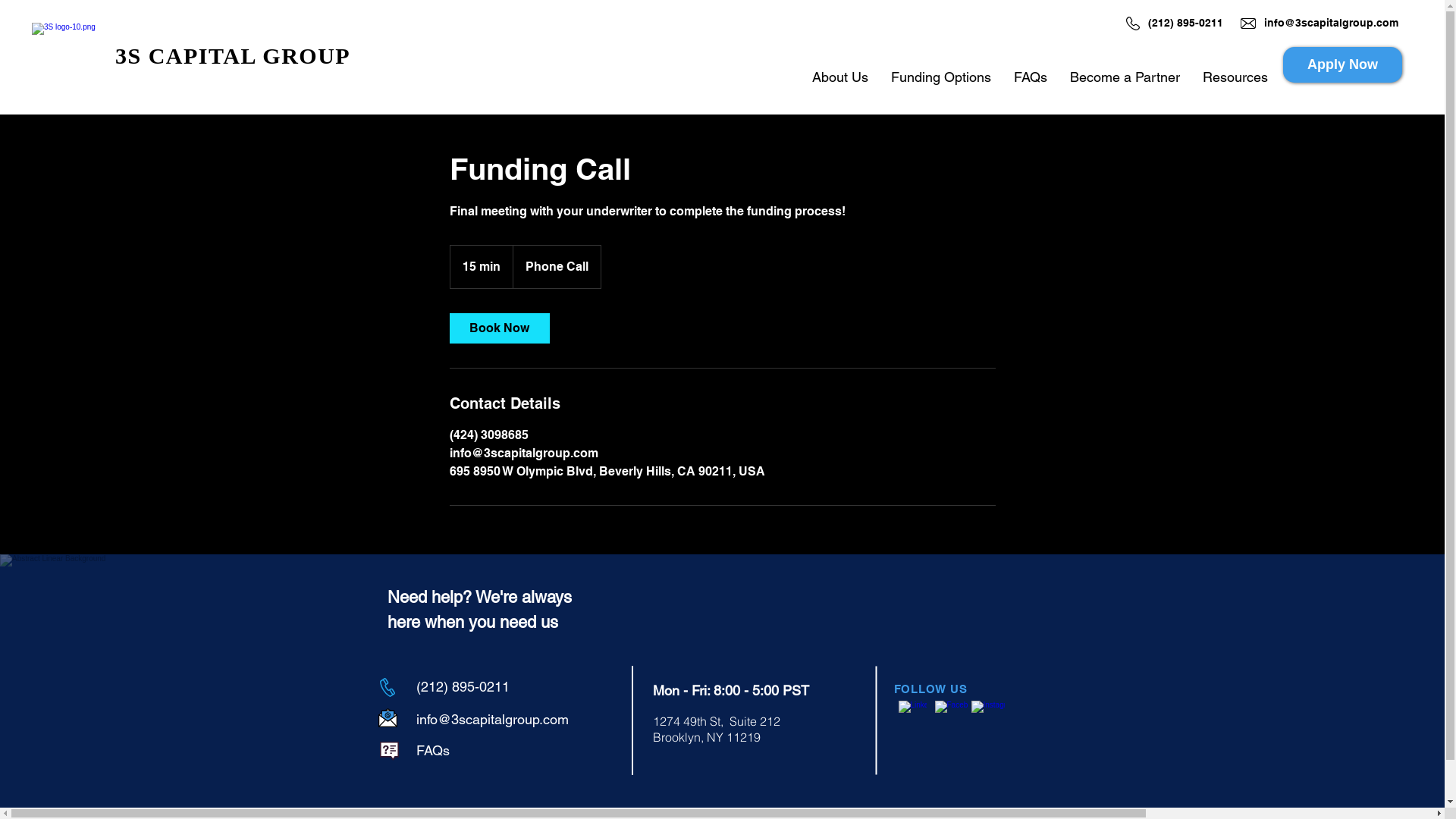 The image size is (1456, 819). Describe the element at coordinates (940, 77) in the screenshot. I see `'Funding Options'` at that location.